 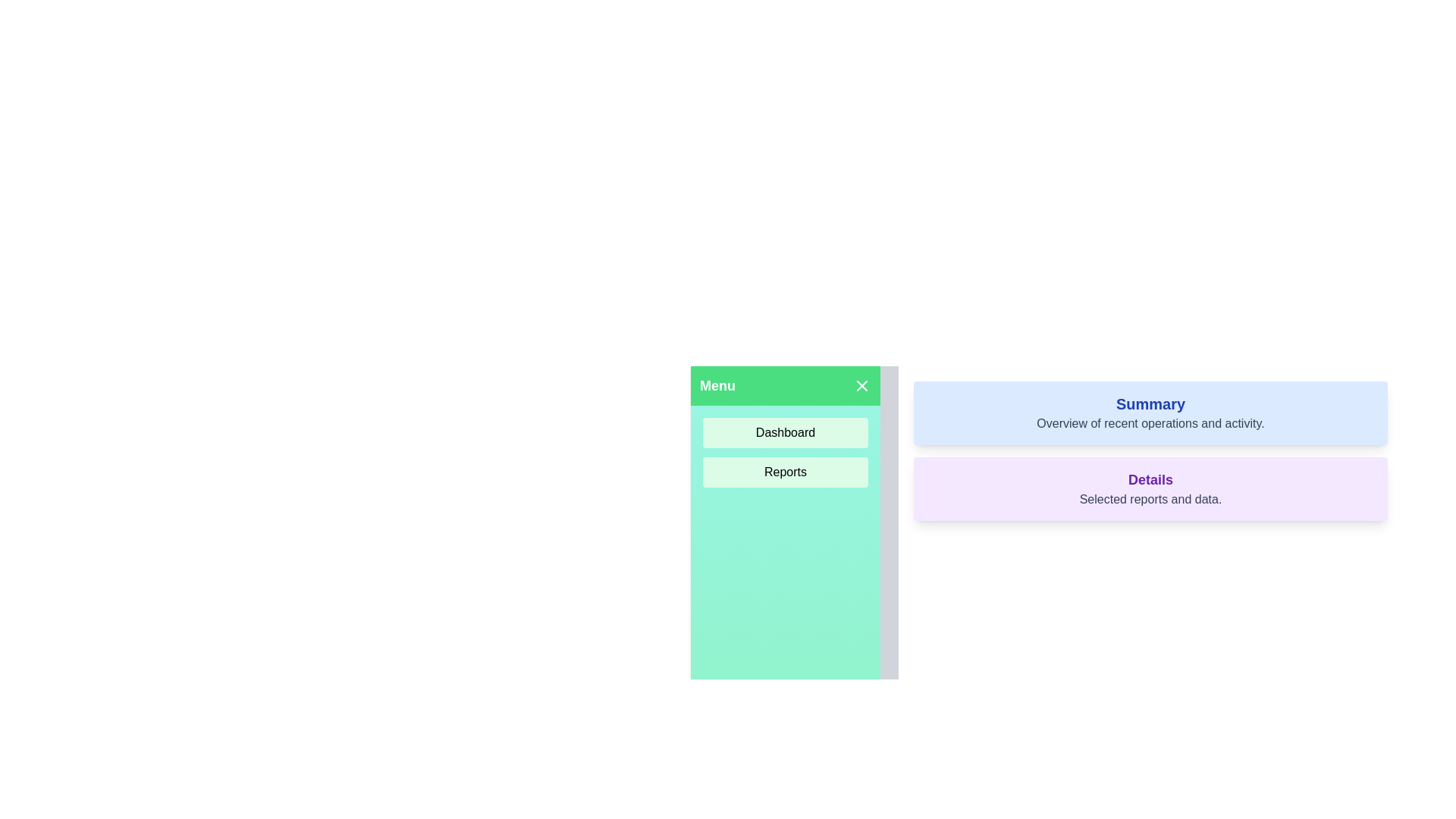 I want to click on the summary display area on the right side of the interface, positioned above the 'Details' component, to interact with the context menu, so click(x=1150, y=413).